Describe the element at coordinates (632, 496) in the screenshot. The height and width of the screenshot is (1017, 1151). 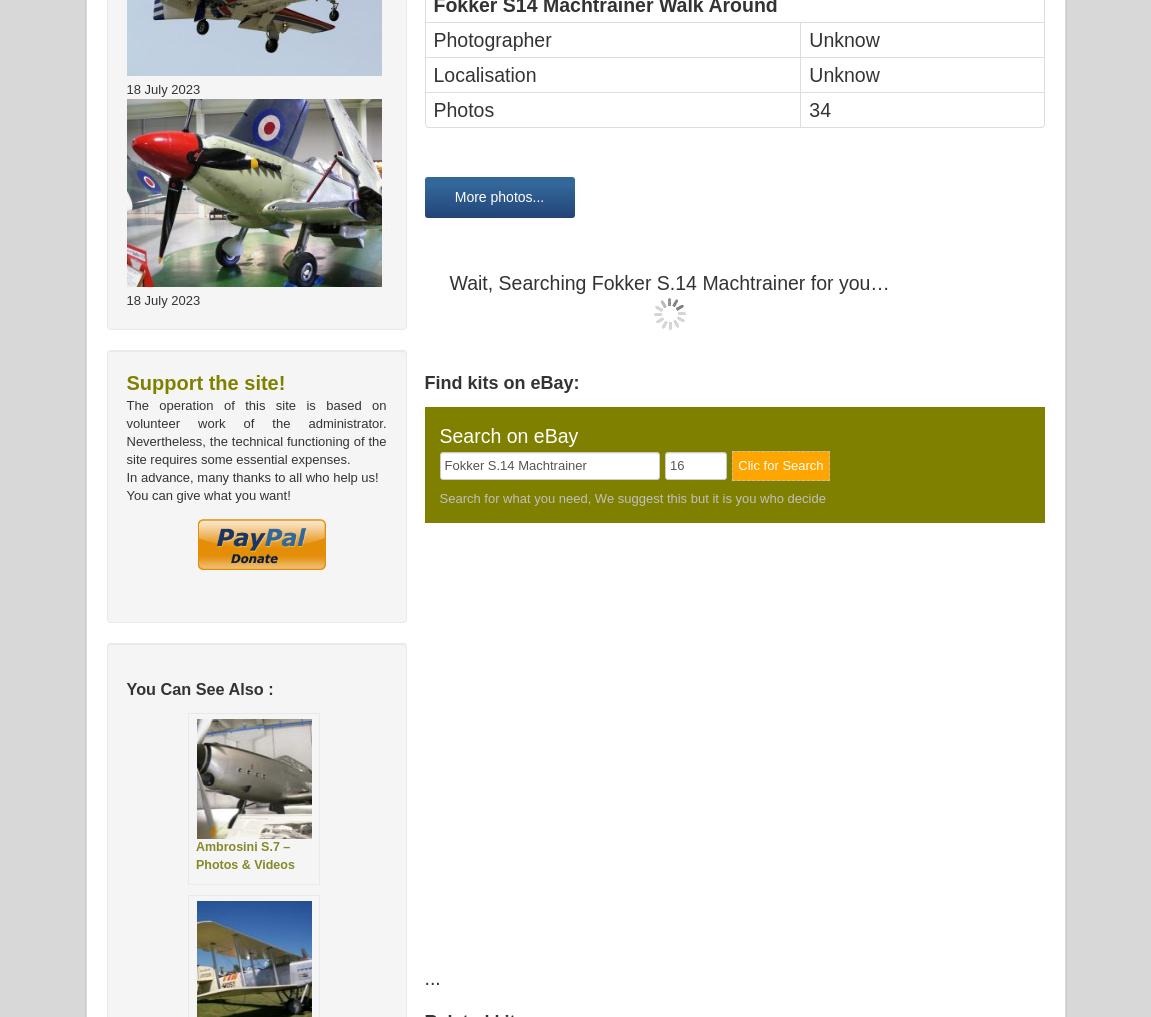
I see `'Search for what you need, We suggest this but it is you who decide'` at that location.